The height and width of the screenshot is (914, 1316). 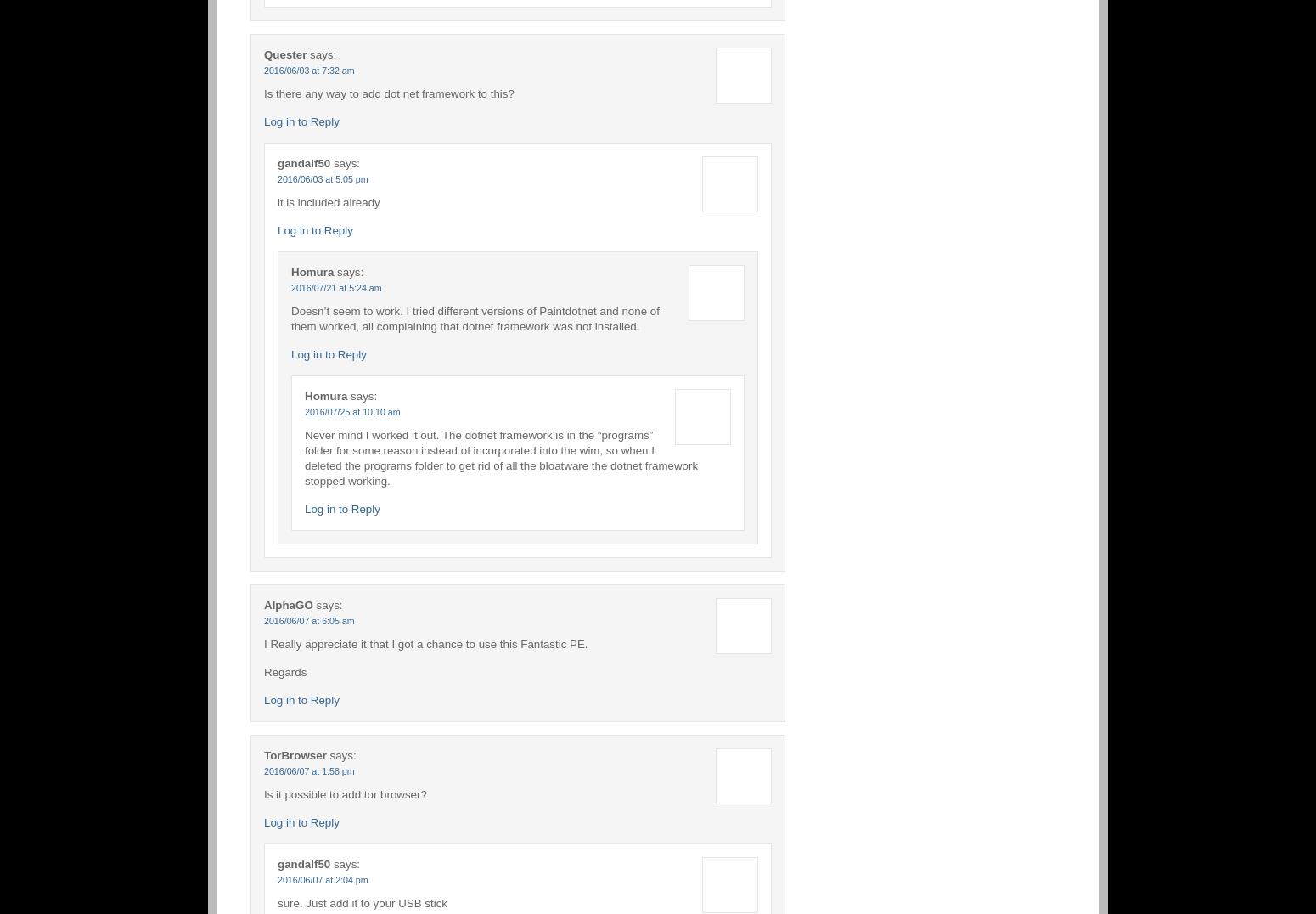 I want to click on 'Doesn’t seem to work. I tried different versions of Paintdotnet and none of them worked, all complaining that dotnet framework was not installed.', so click(x=475, y=317).